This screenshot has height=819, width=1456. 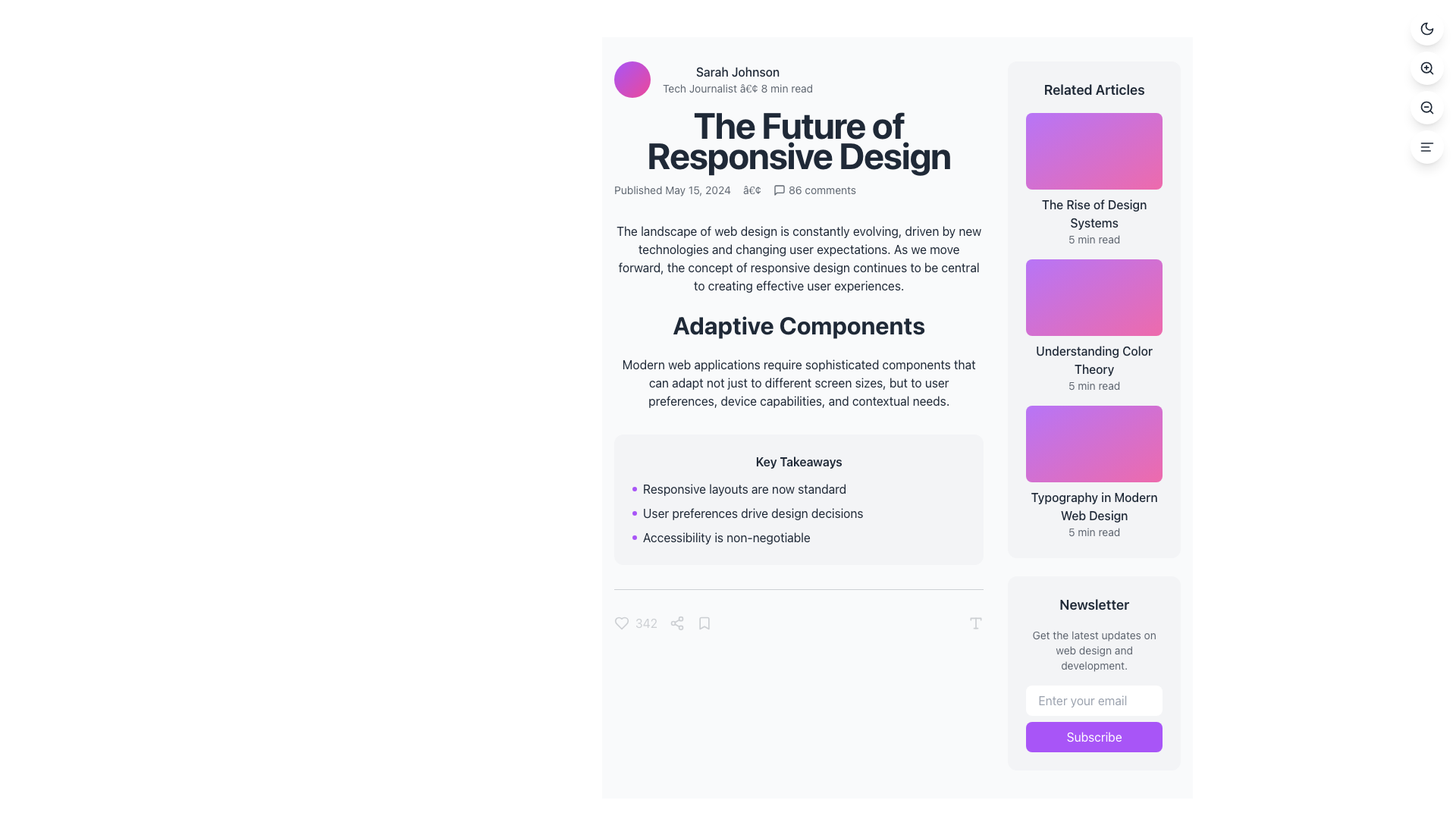 I want to click on the gradient-filled rectangular Image Placeholder with rounded borders for the 'Understanding Color Theory' article, located in the 'Related Articles' section, so click(x=1094, y=297).